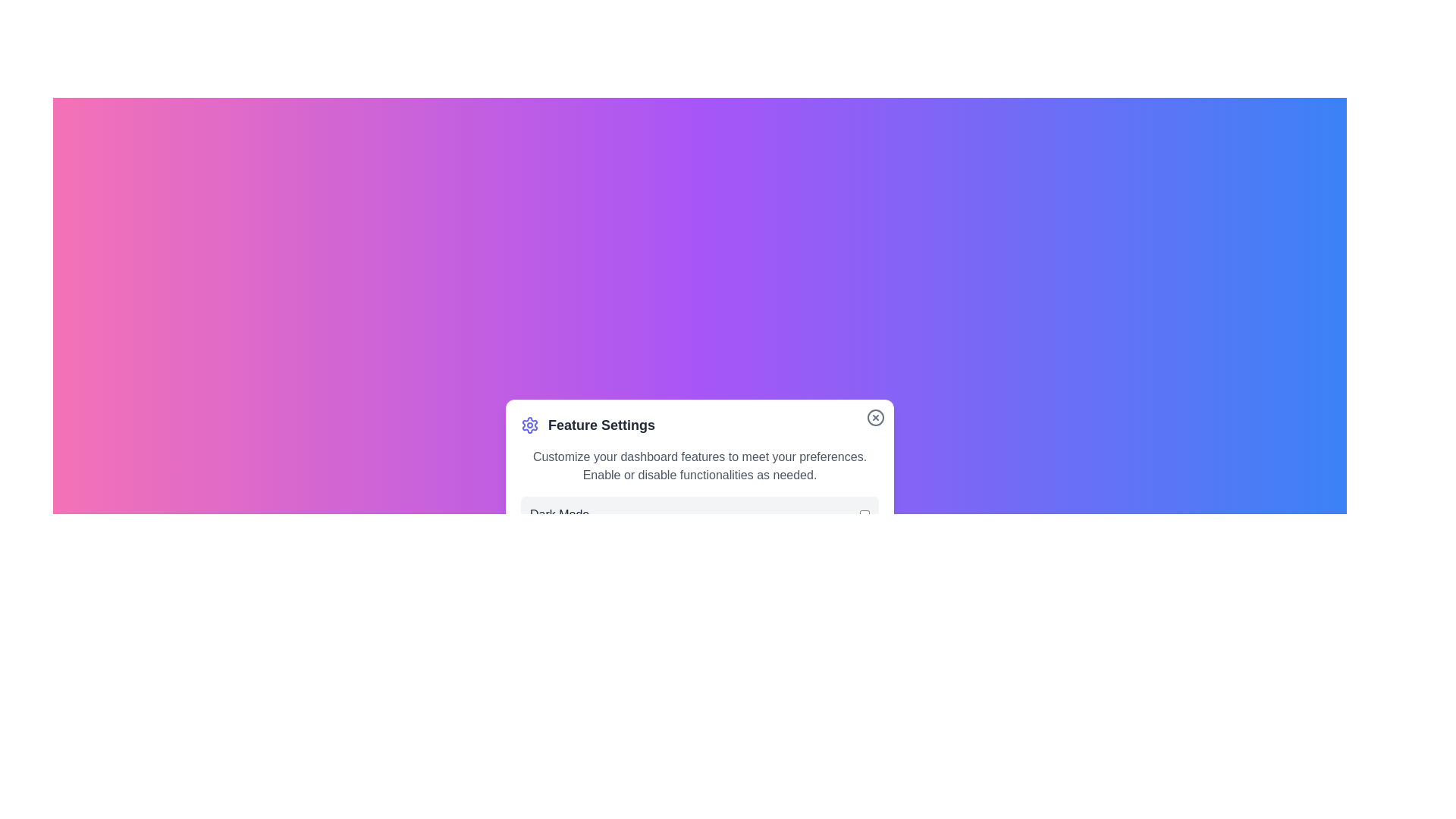 The image size is (1456, 819). Describe the element at coordinates (864, 513) in the screenshot. I see `the checkbox located at the far right of the 'Dark Mode' row` at that location.